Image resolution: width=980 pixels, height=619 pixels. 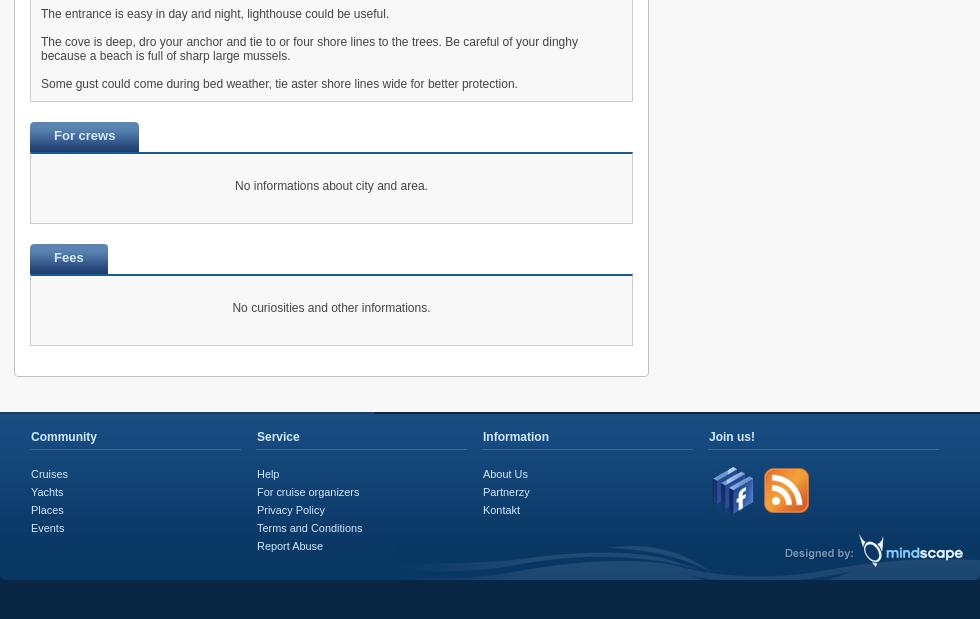 What do you see at coordinates (731, 436) in the screenshot?
I see `'Join us!'` at bounding box center [731, 436].